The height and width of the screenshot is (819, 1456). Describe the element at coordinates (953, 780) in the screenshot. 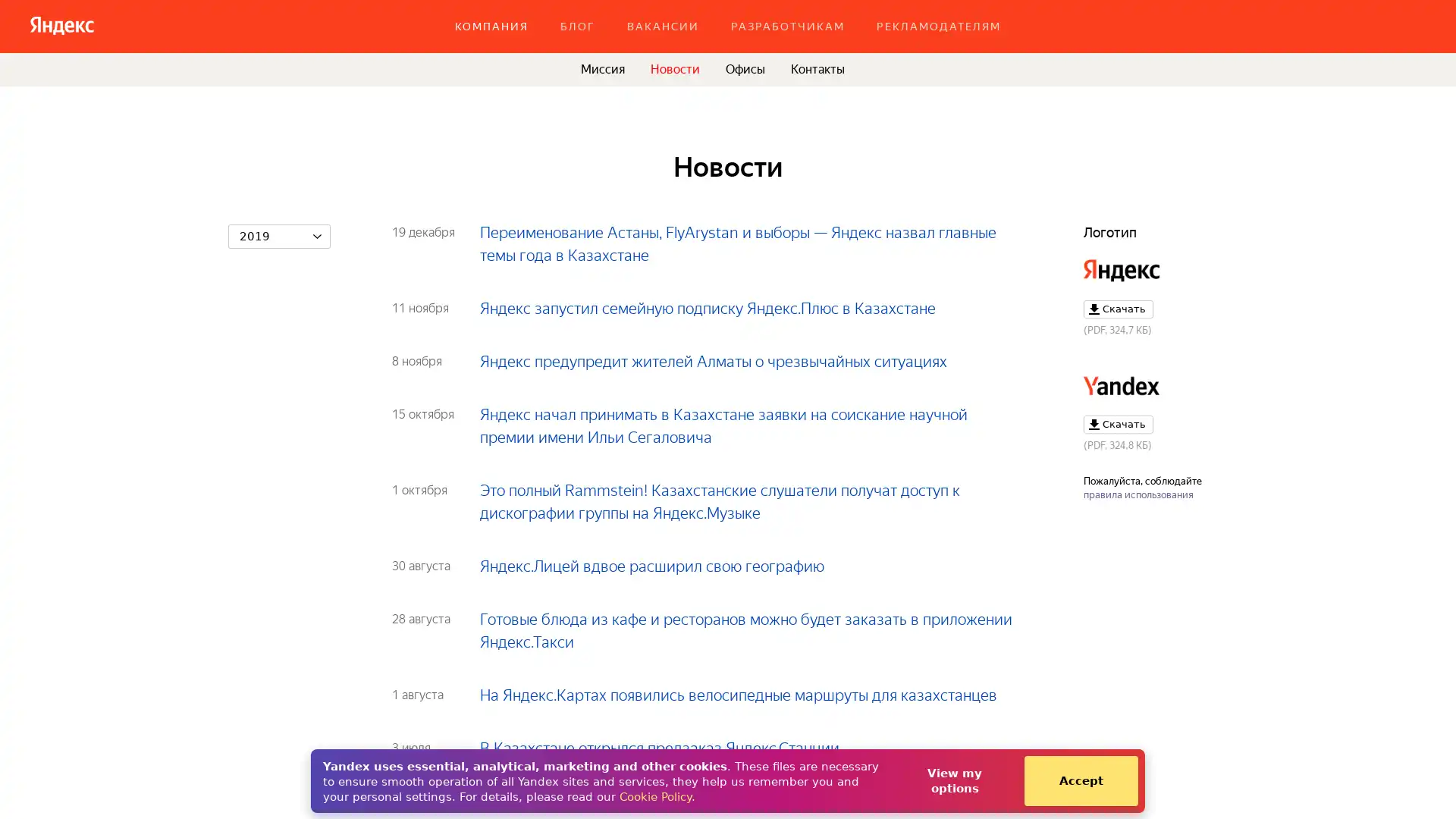

I see `View my options` at that location.